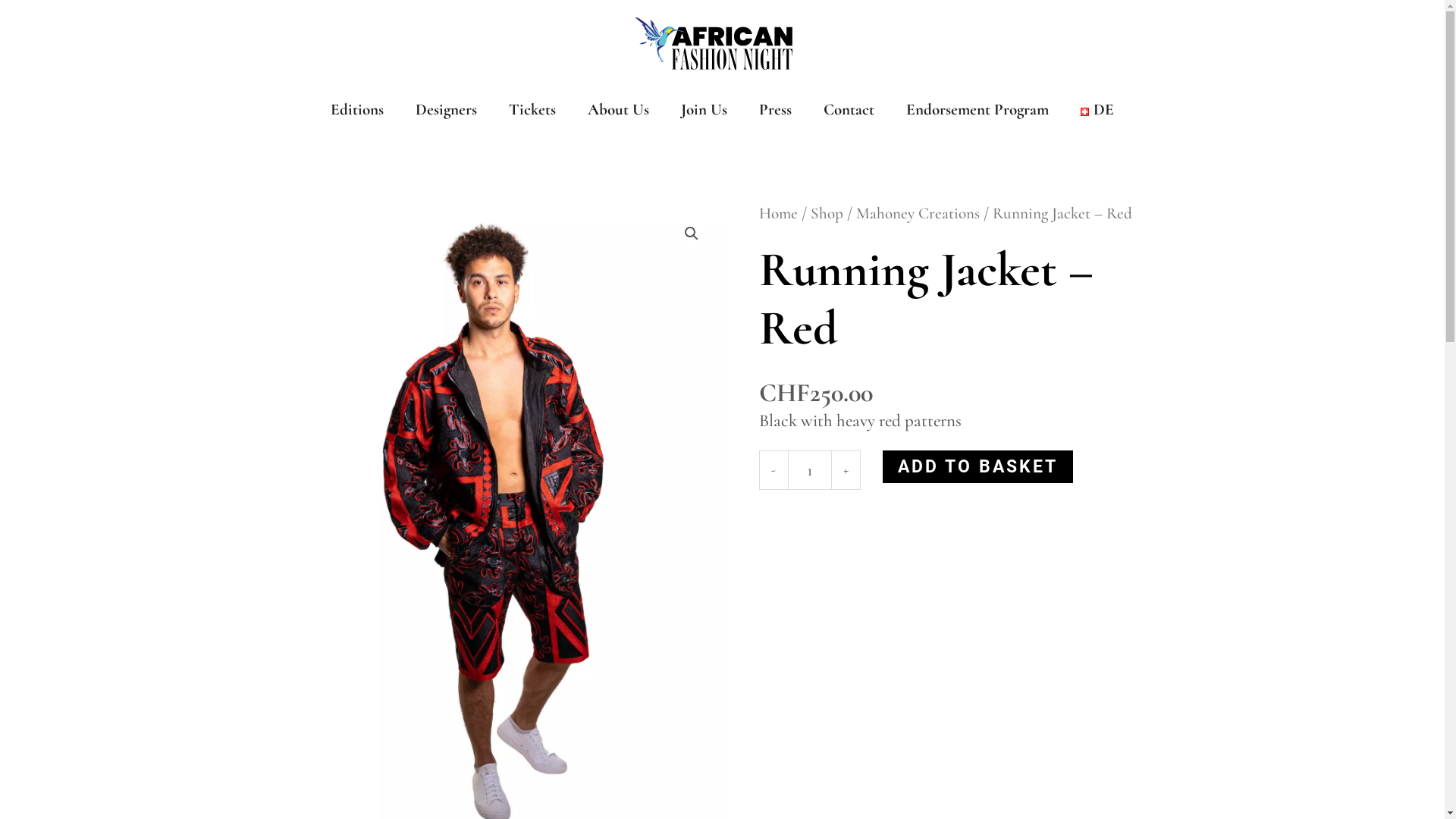 This screenshot has width=1456, height=819. Describe the element at coordinates (825, 213) in the screenshot. I see `'Shop'` at that location.